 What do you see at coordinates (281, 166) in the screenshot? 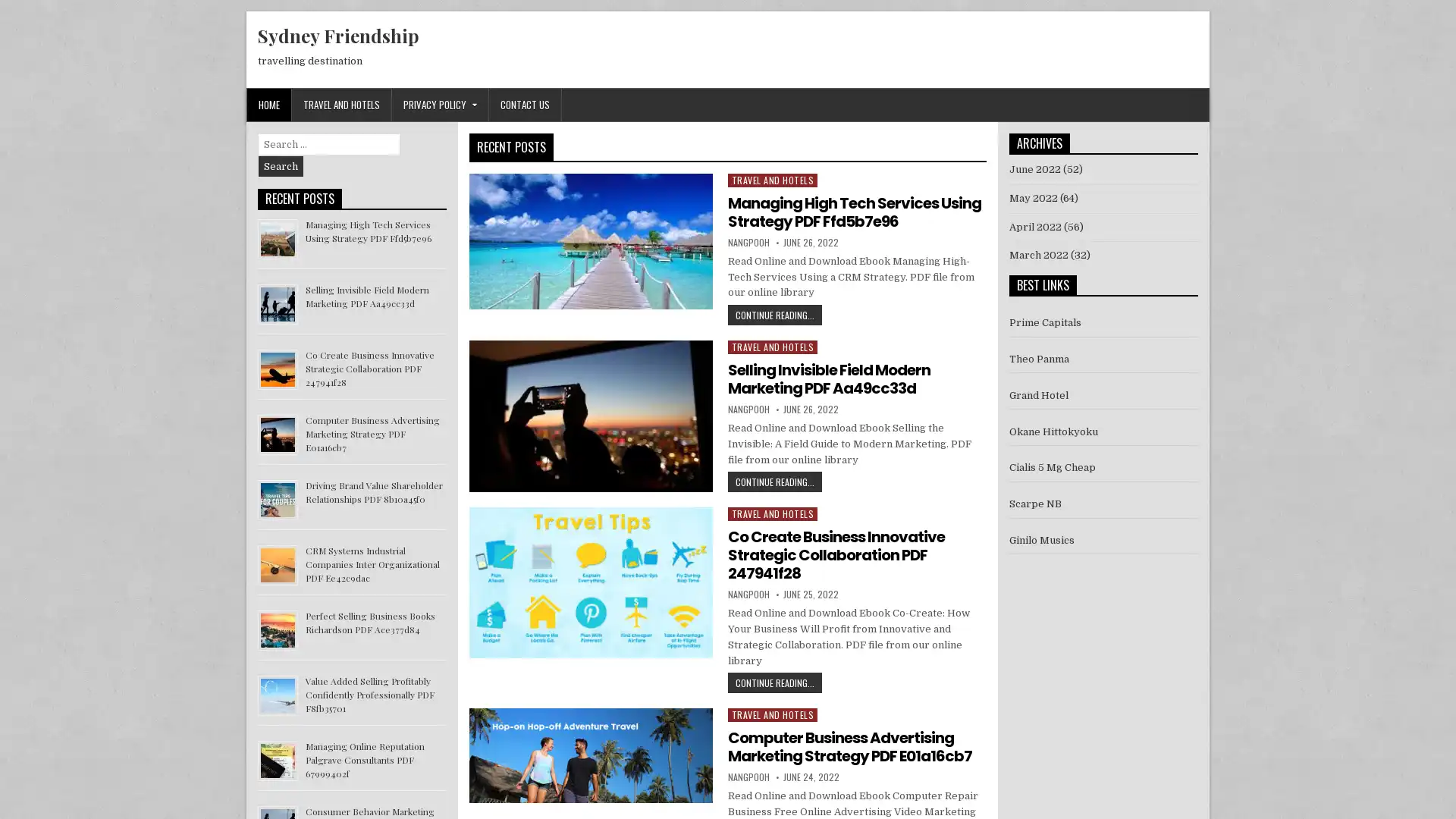
I see `Search` at bounding box center [281, 166].